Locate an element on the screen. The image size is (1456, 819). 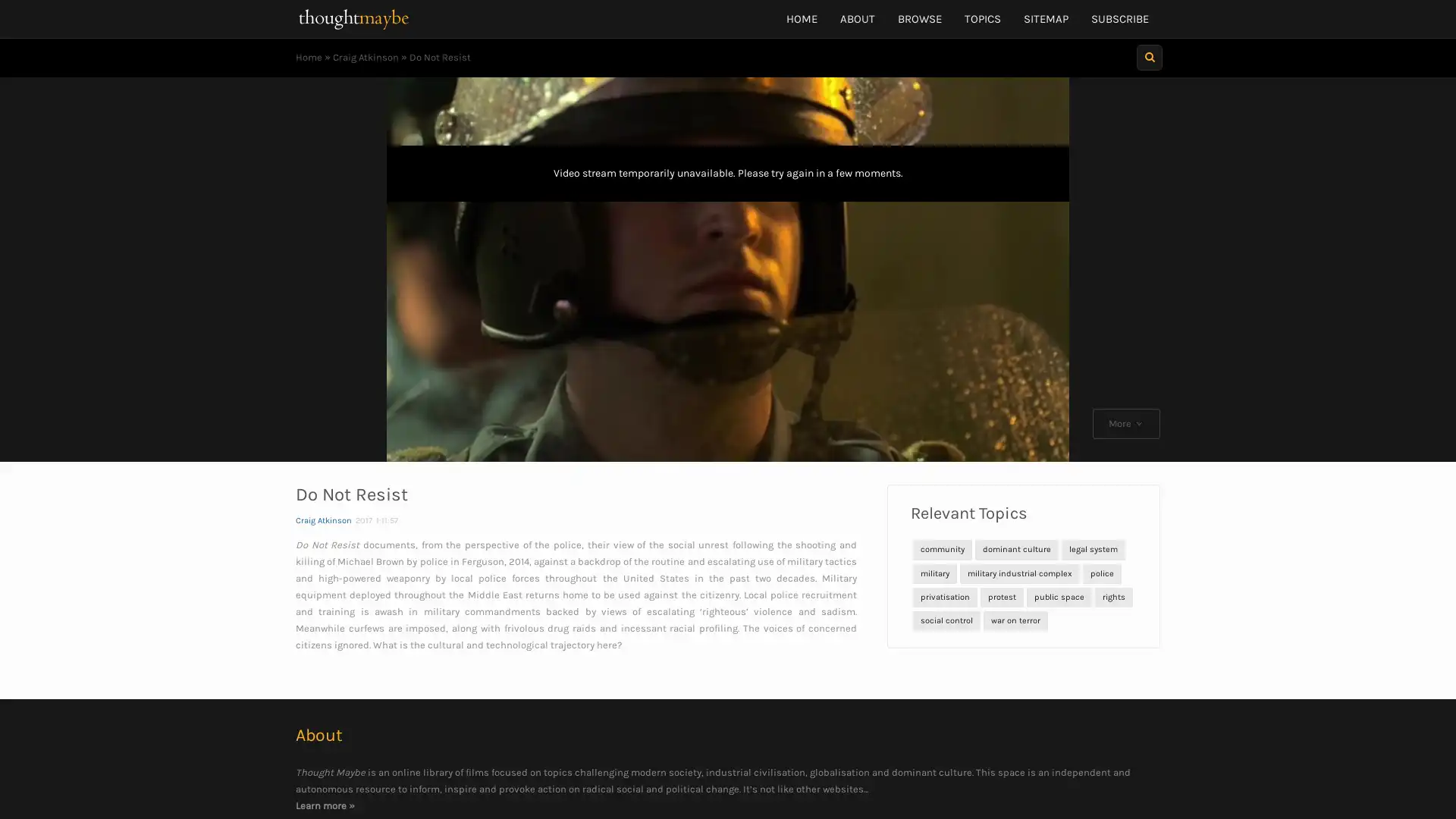
Play is located at coordinates (406, 446).